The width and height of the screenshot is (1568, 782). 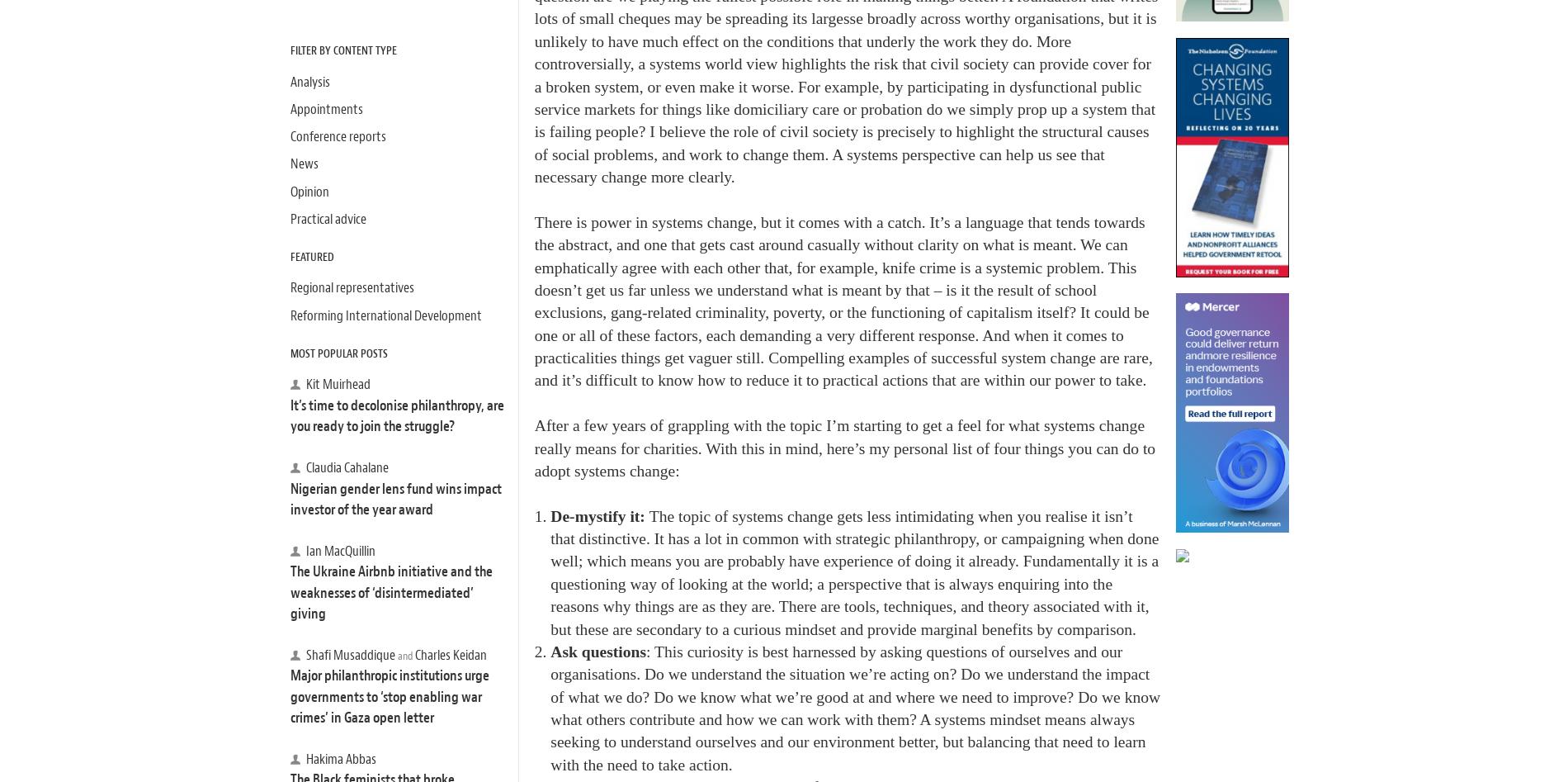 I want to click on 'Filter by Content Type', so click(x=342, y=50).